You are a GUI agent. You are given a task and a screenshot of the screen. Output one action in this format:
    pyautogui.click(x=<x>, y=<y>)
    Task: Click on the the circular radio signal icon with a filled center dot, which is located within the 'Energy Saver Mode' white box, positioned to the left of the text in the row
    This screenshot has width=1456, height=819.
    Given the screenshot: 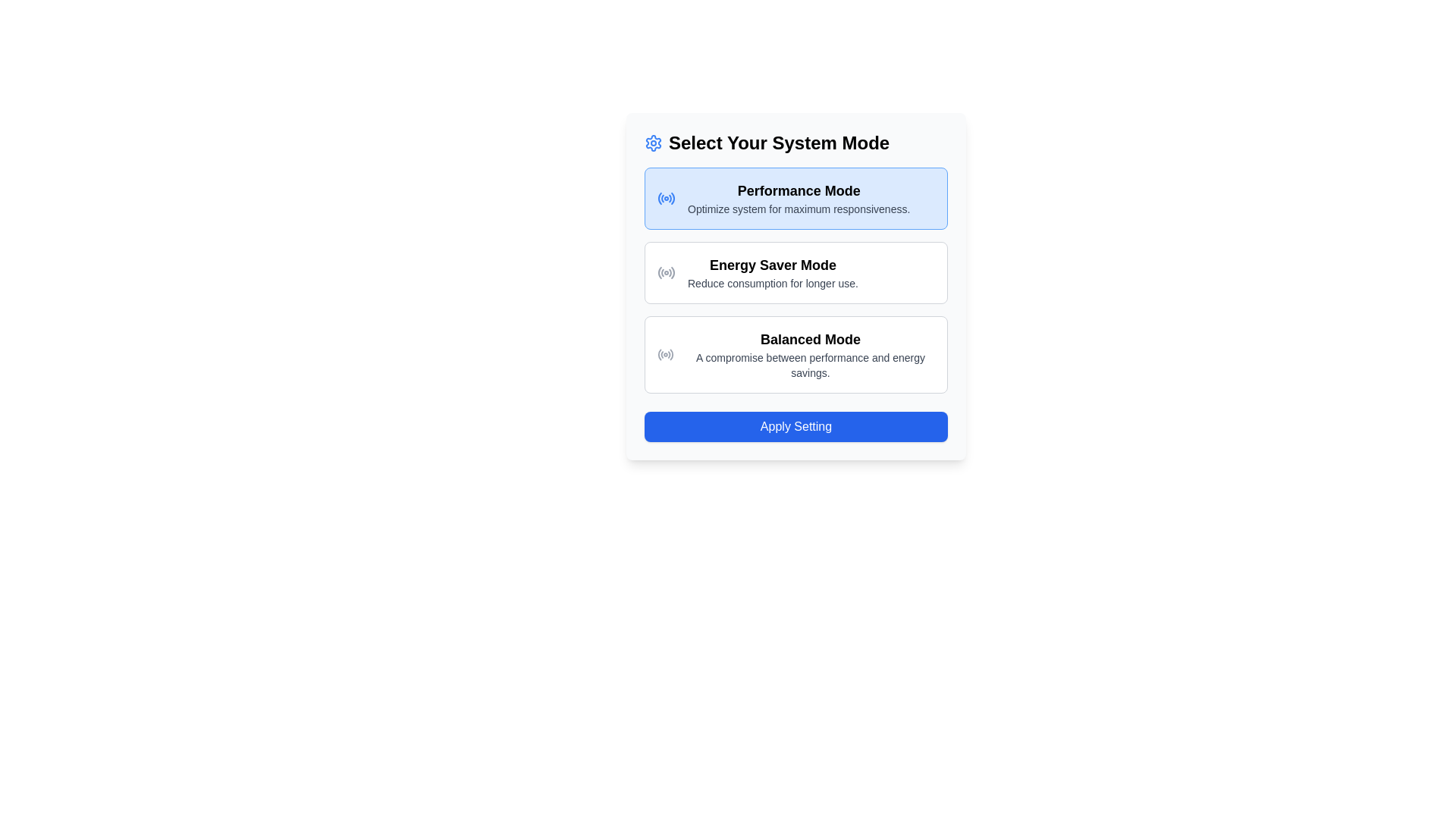 What is the action you would take?
    pyautogui.click(x=666, y=271)
    